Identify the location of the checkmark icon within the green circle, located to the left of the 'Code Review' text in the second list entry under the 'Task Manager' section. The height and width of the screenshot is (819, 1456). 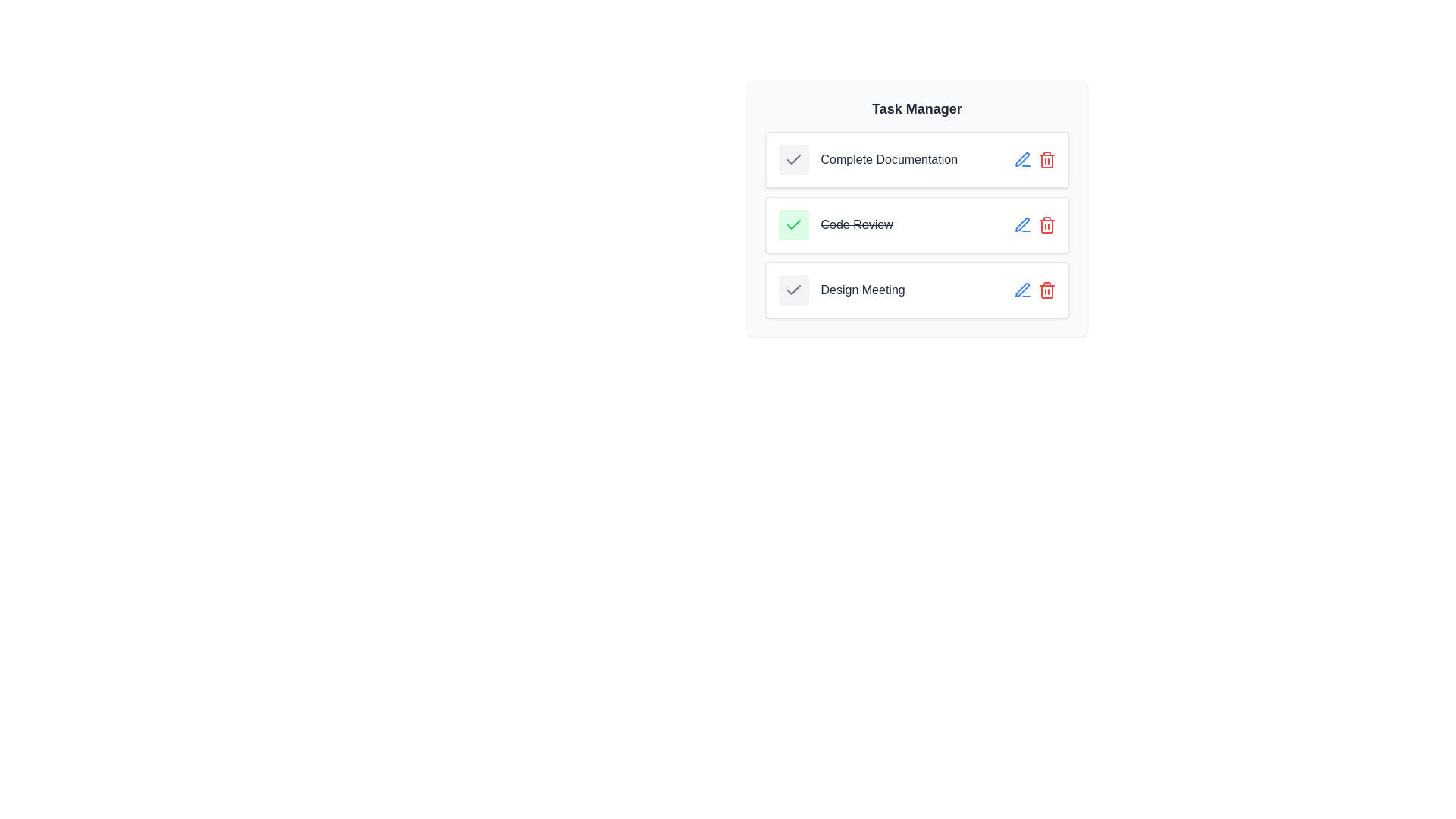
(792, 225).